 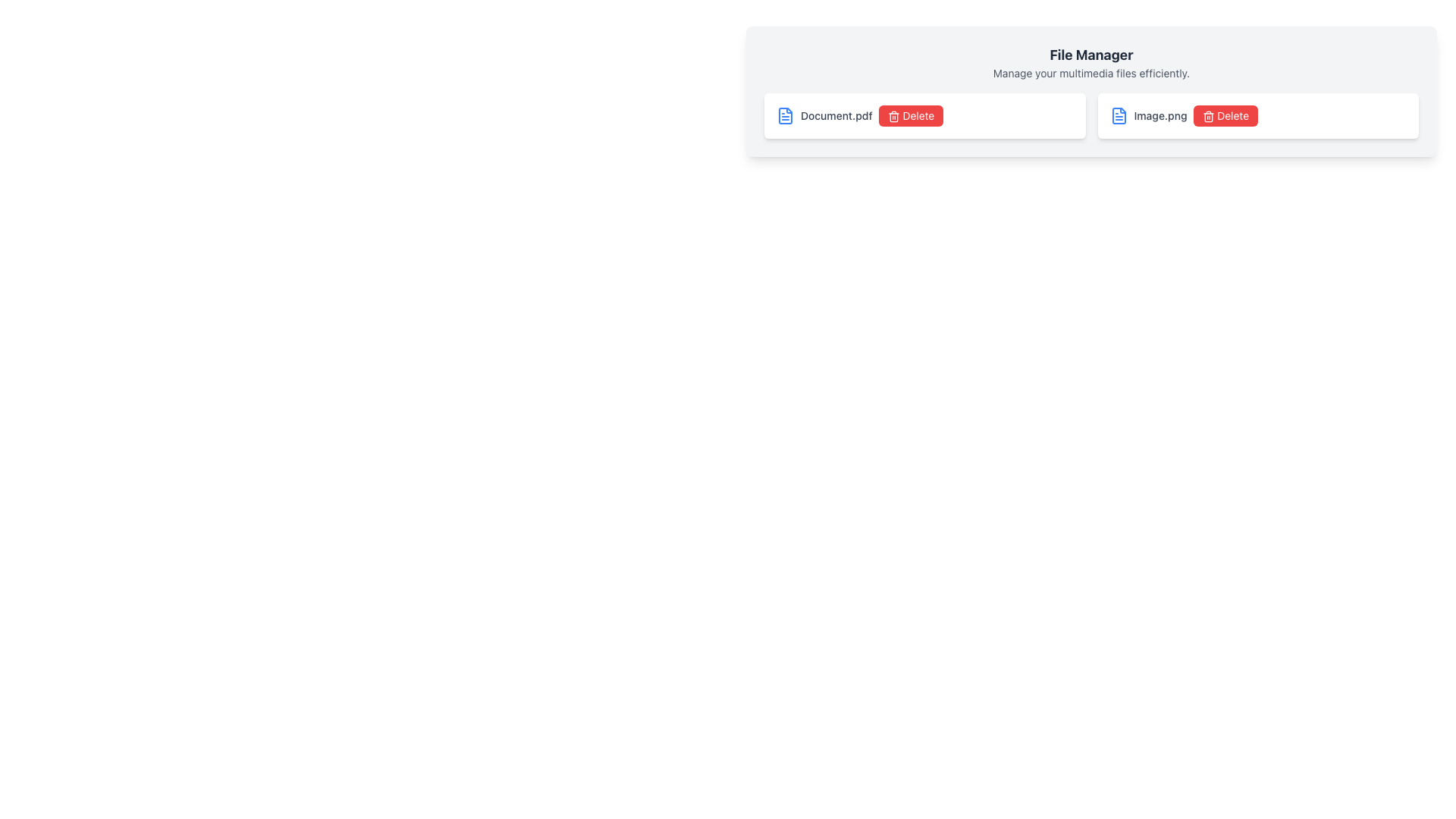 What do you see at coordinates (1159, 115) in the screenshot?
I see `the label displaying the filename 'Image.png', which is styled in a small, medium-weight gray font and positioned to the right of a blue document icon within a white rounded rectangular card` at bounding box center [1159, 115].